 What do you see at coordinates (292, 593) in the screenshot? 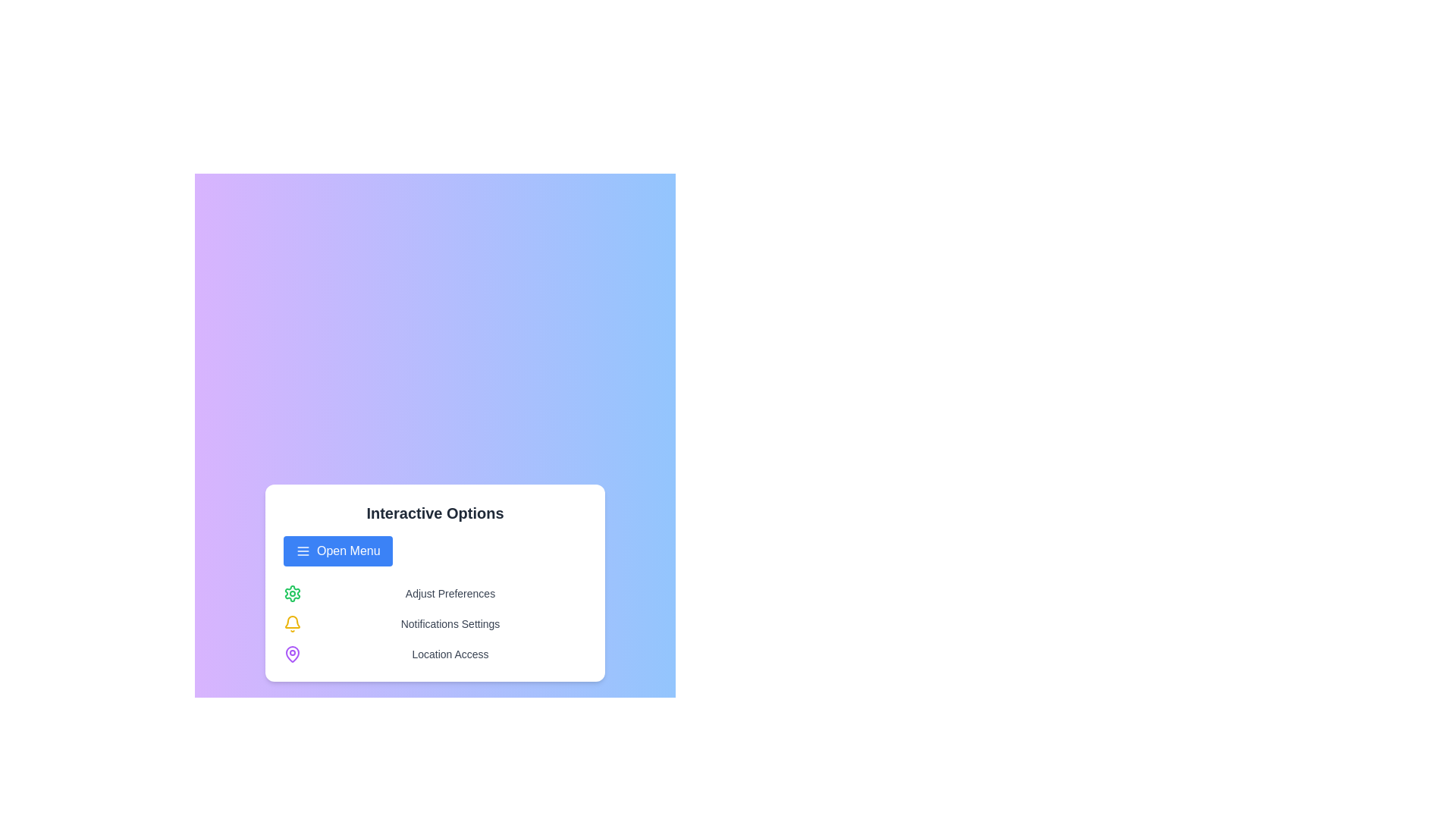
I see `the gear icon located in the top-left corner of the 'Interactive Options' section` at bounding box center [292, 593].